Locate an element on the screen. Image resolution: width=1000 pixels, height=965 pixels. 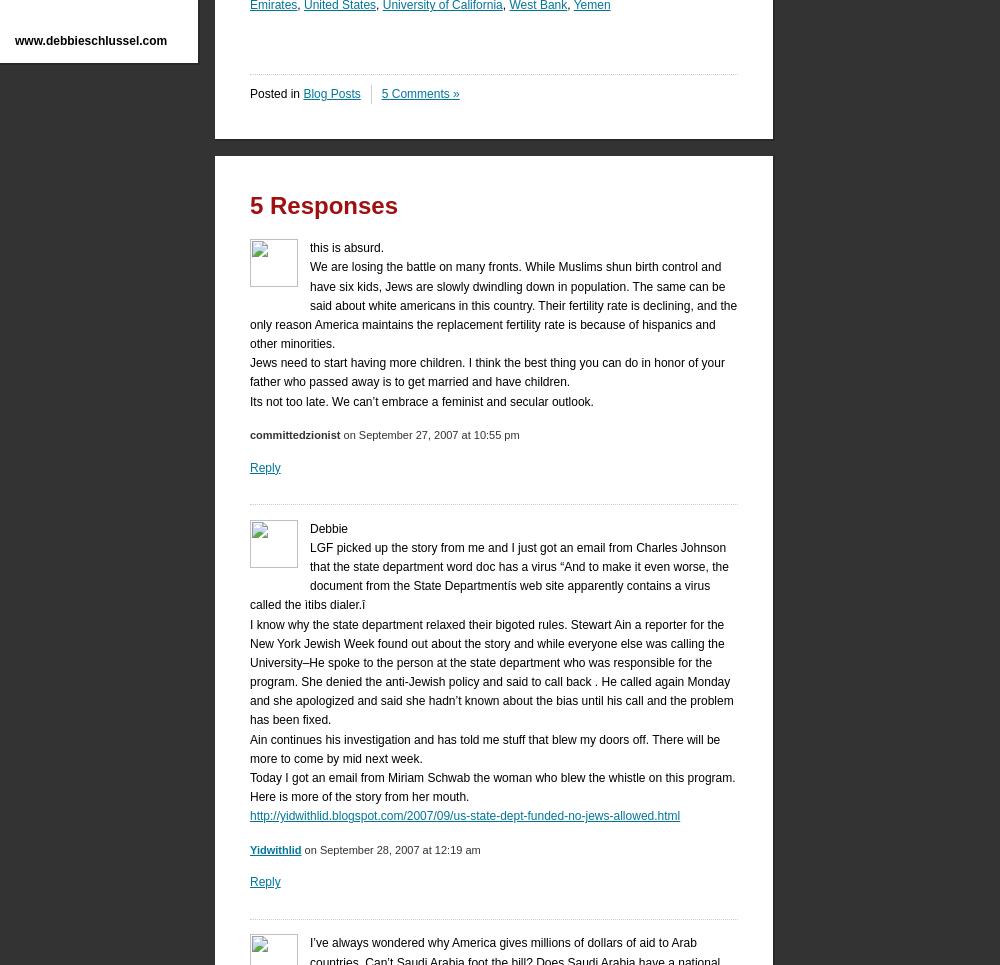
'on September 27, 2007 at 10:55 pm' is located at coordinates (429, 435).